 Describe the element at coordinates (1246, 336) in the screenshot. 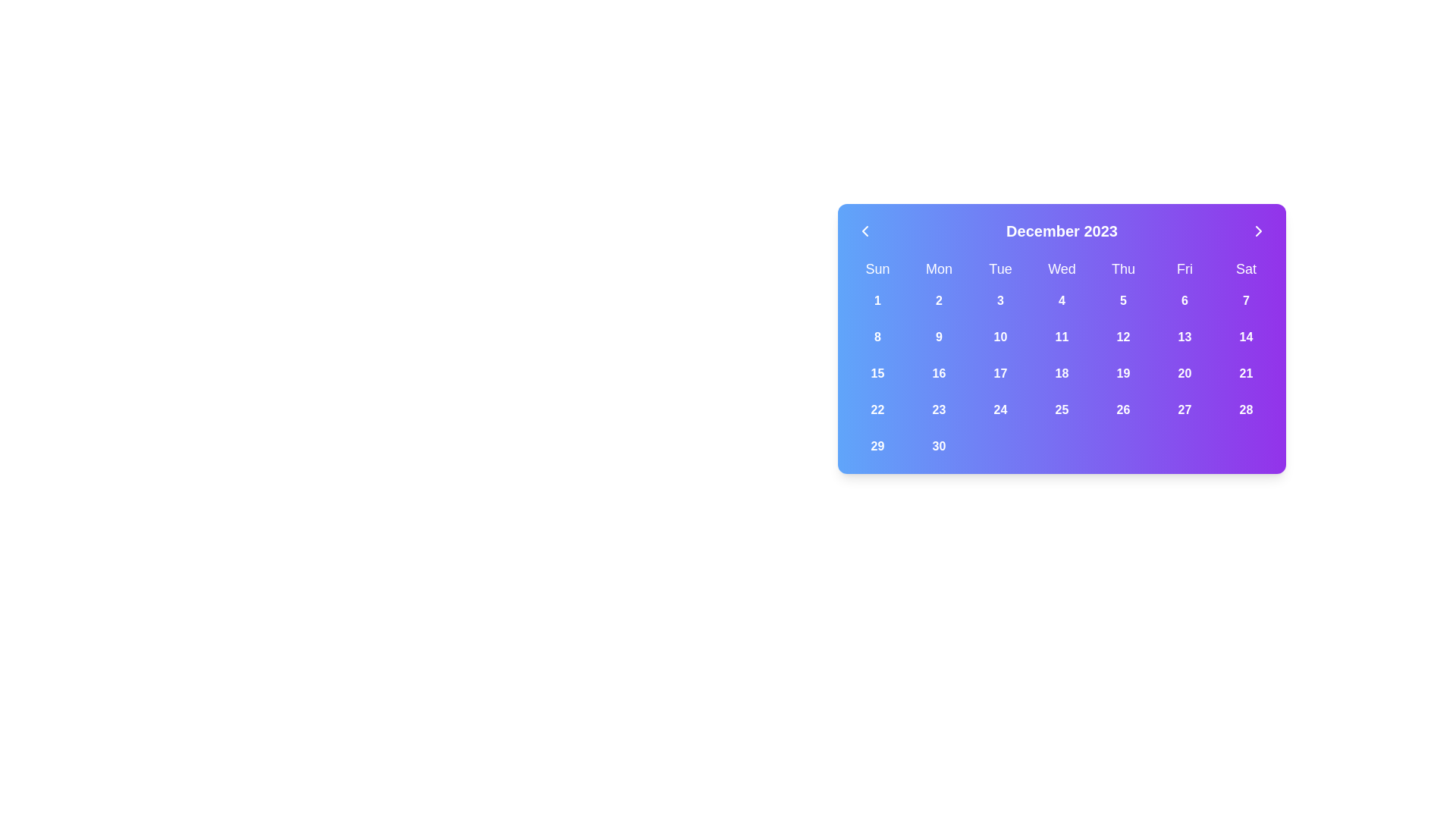

I see `the rectangular number button with a purple gradient background displaying the number '14'` at that location.